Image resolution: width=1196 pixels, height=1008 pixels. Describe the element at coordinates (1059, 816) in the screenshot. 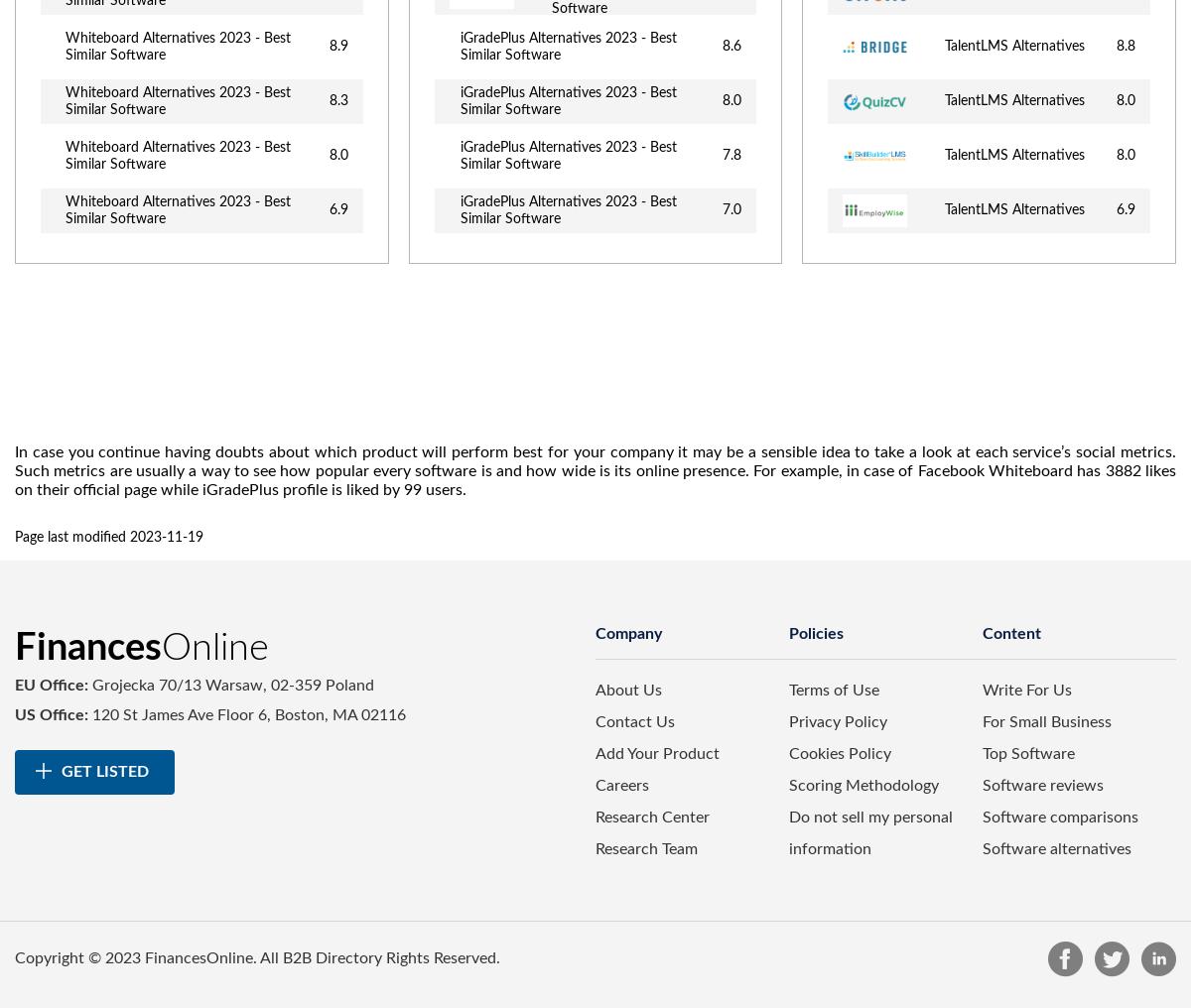

I see `'Software comparisons'` at that location.